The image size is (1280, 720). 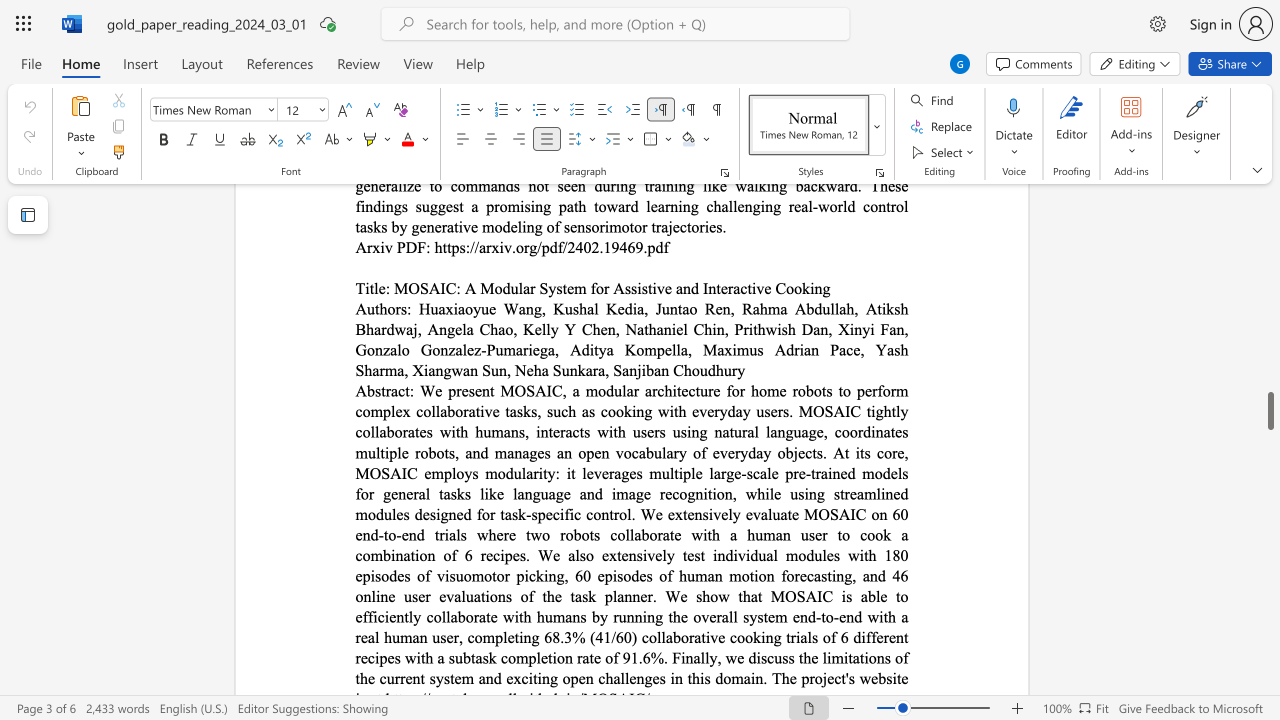 What do you see at coordinates (1269, 318) in the screenshot?
I see `the scrollbar to adjust the page upward` at bounding box center [1269, 318].